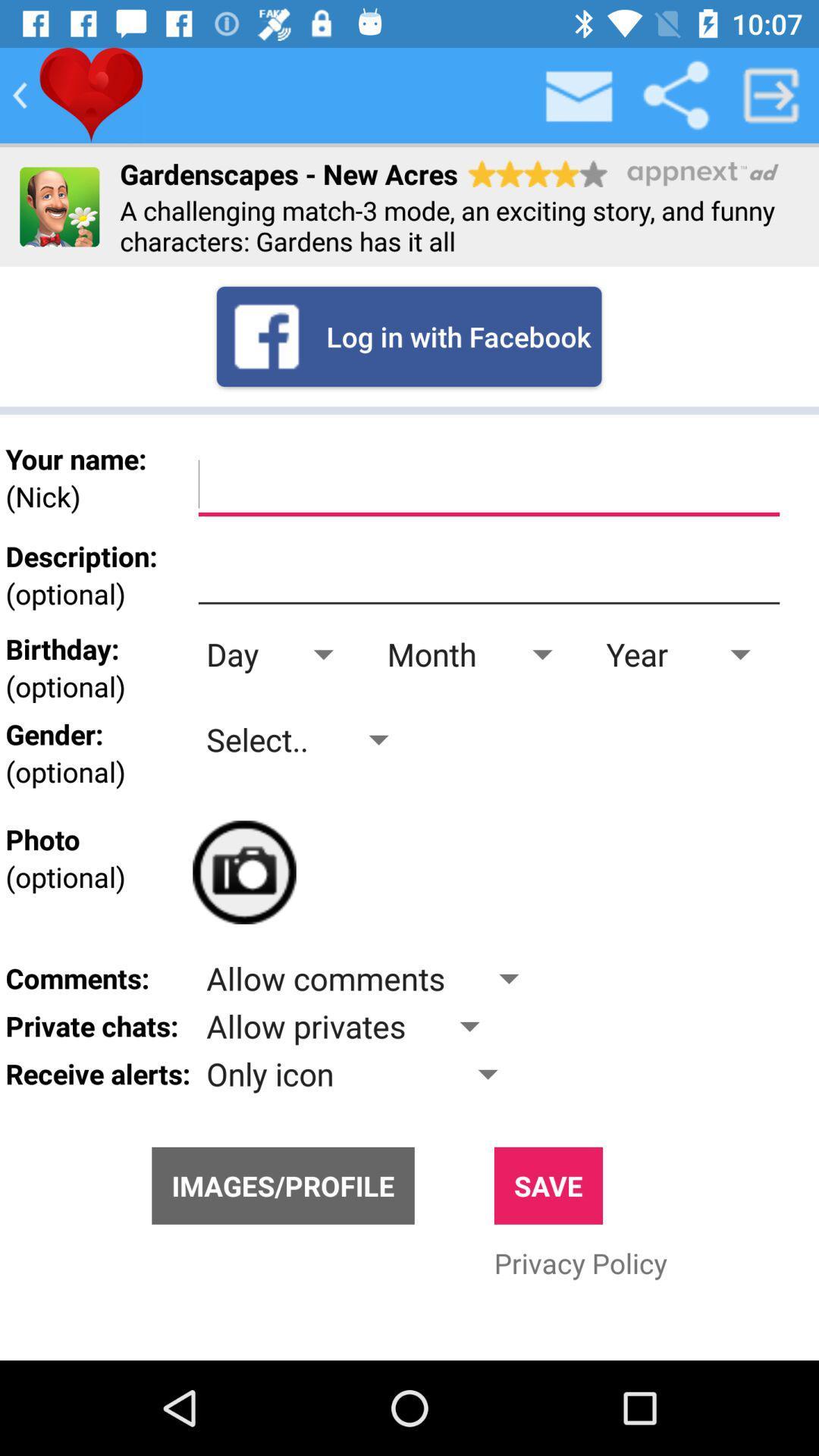 The width and height of the screenshot is (819, 1456). I want to click on the launch icon, so click(771, 94).